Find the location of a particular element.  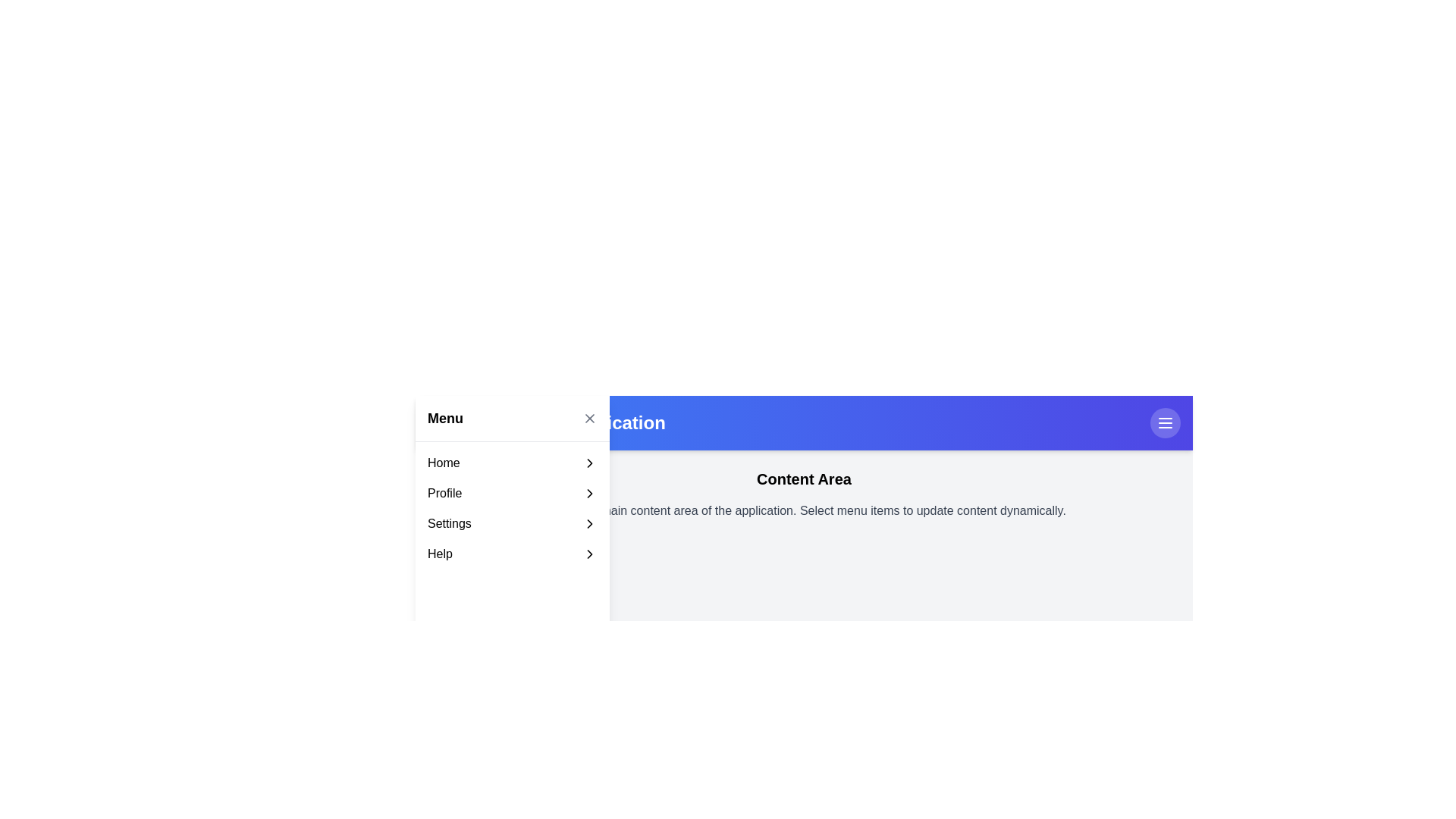

the third text label under the 'Menu' sidebar is located at coordinates (448, 522).